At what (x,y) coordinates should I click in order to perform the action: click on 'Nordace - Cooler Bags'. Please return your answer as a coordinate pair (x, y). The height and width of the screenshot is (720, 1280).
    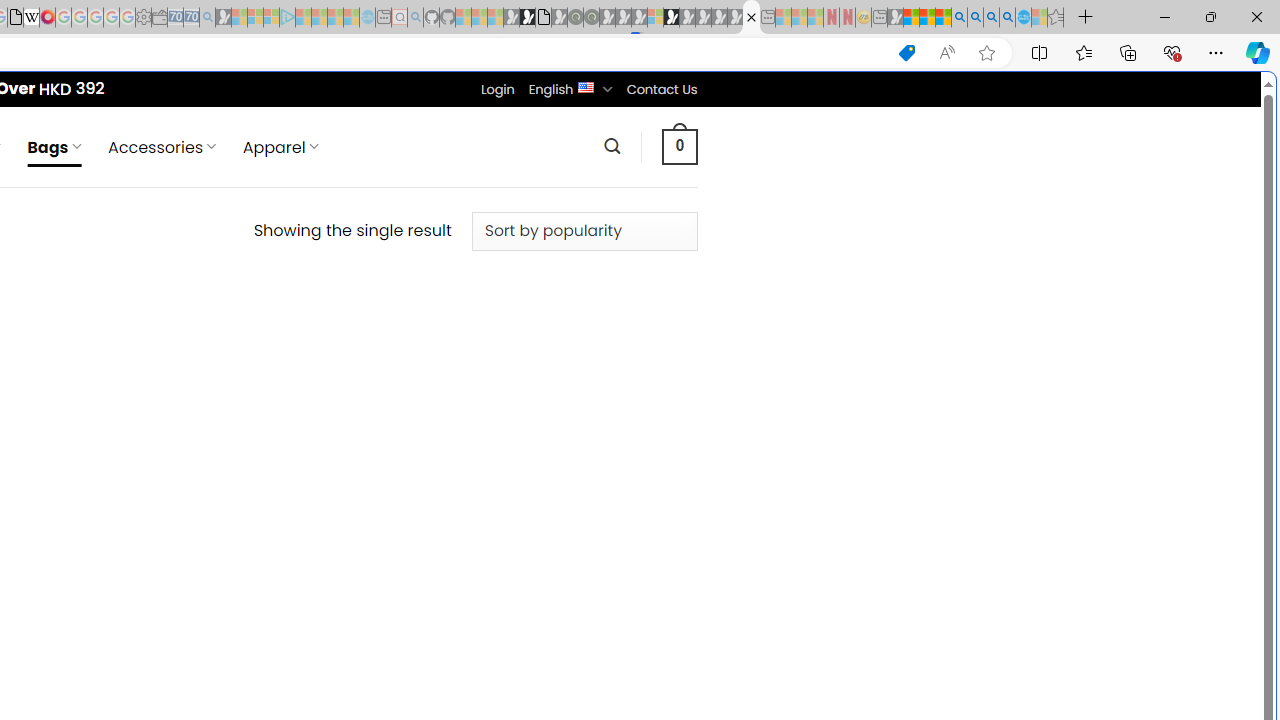
    Looking at the image, I should click on (750, 17).